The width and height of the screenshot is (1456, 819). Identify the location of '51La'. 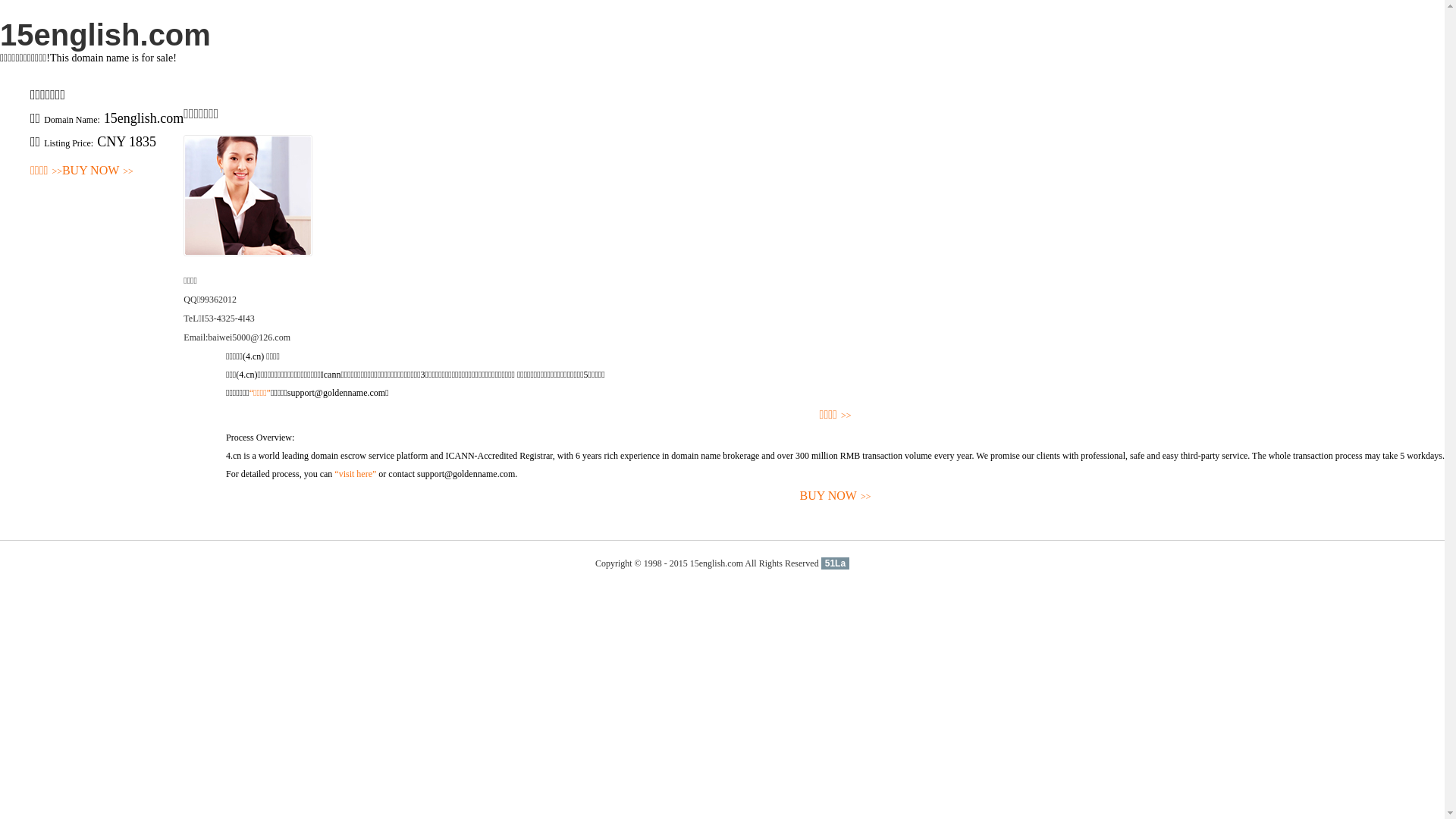
(834, 563).